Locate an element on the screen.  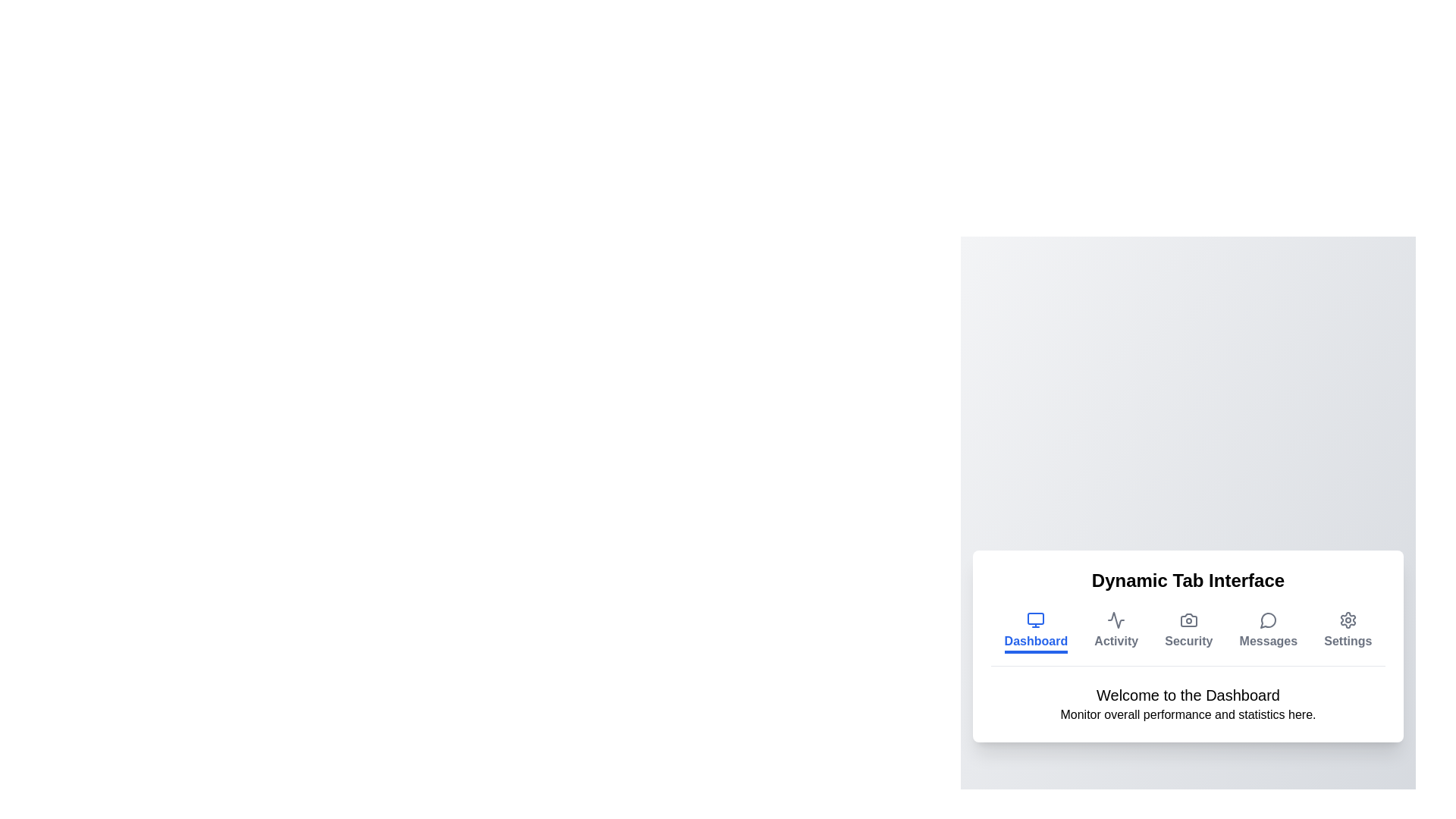
the messaging icon located in the 'Messages' tab section of the navigation bar, which is the fourth icon from the left is located at coordinates (1268, 620).